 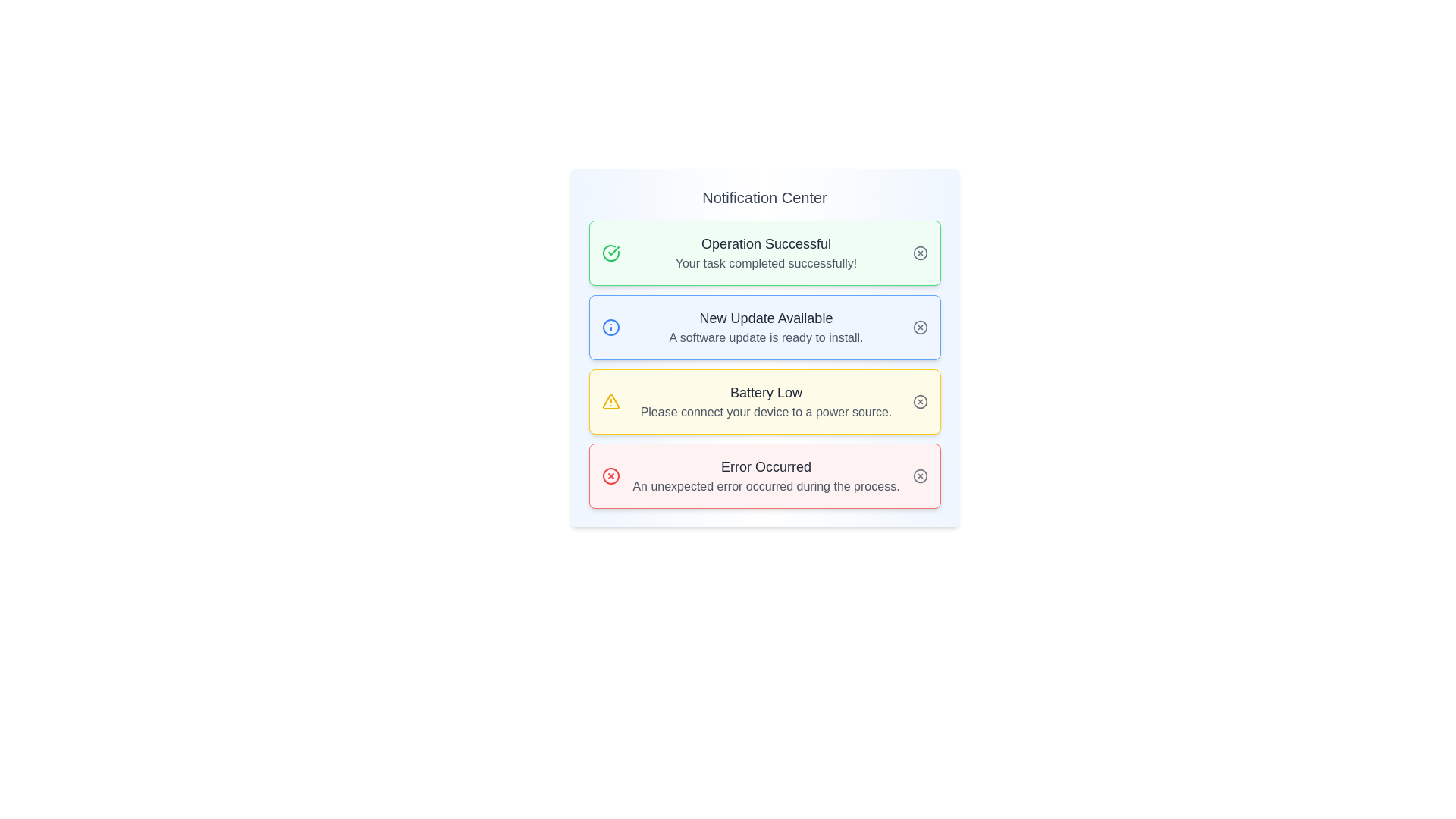 What do you see at coordinates (766, 391) in the screenshot?
I see `the header text of the notification message, which is positioned within a yellow notification box summarizing the content of the notification` at bounding box center [766, 391].